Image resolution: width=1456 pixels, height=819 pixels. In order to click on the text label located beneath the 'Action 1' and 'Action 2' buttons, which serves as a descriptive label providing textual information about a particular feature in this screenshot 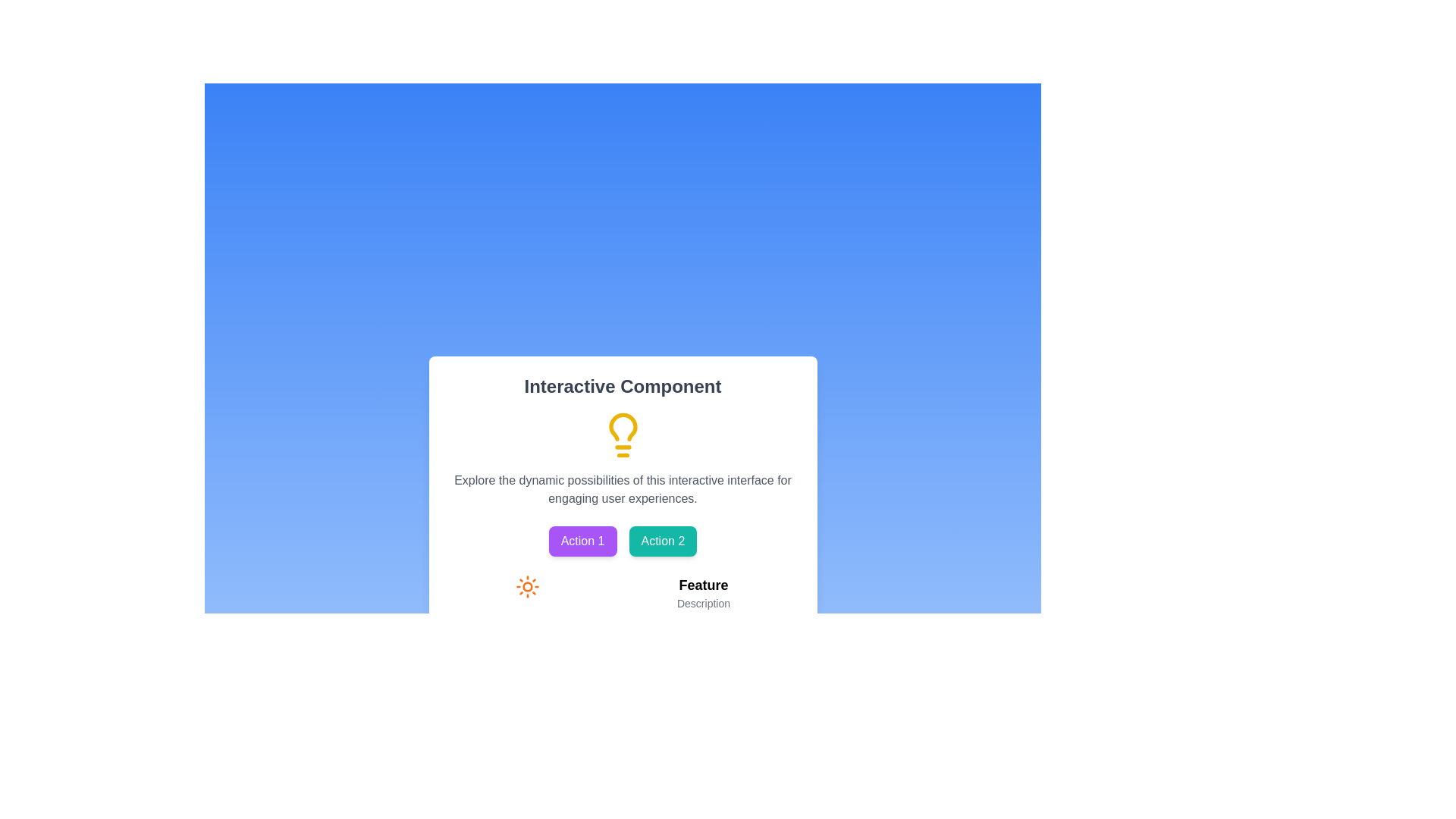, I will do `click(702, 592)`.